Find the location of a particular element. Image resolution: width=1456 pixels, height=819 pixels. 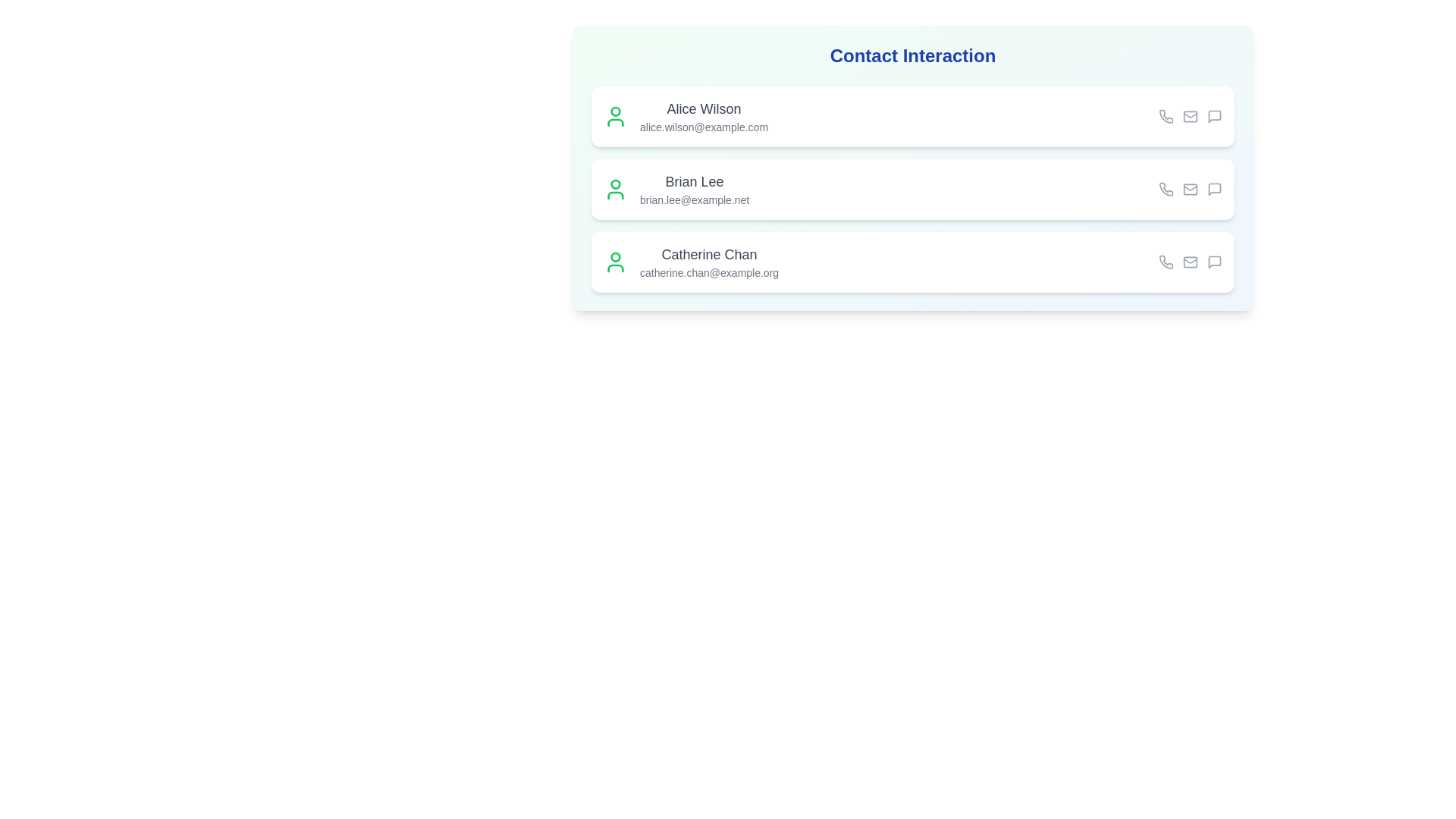

the user icon for the contact Alice Wilson is located at coordinates (615, 116).